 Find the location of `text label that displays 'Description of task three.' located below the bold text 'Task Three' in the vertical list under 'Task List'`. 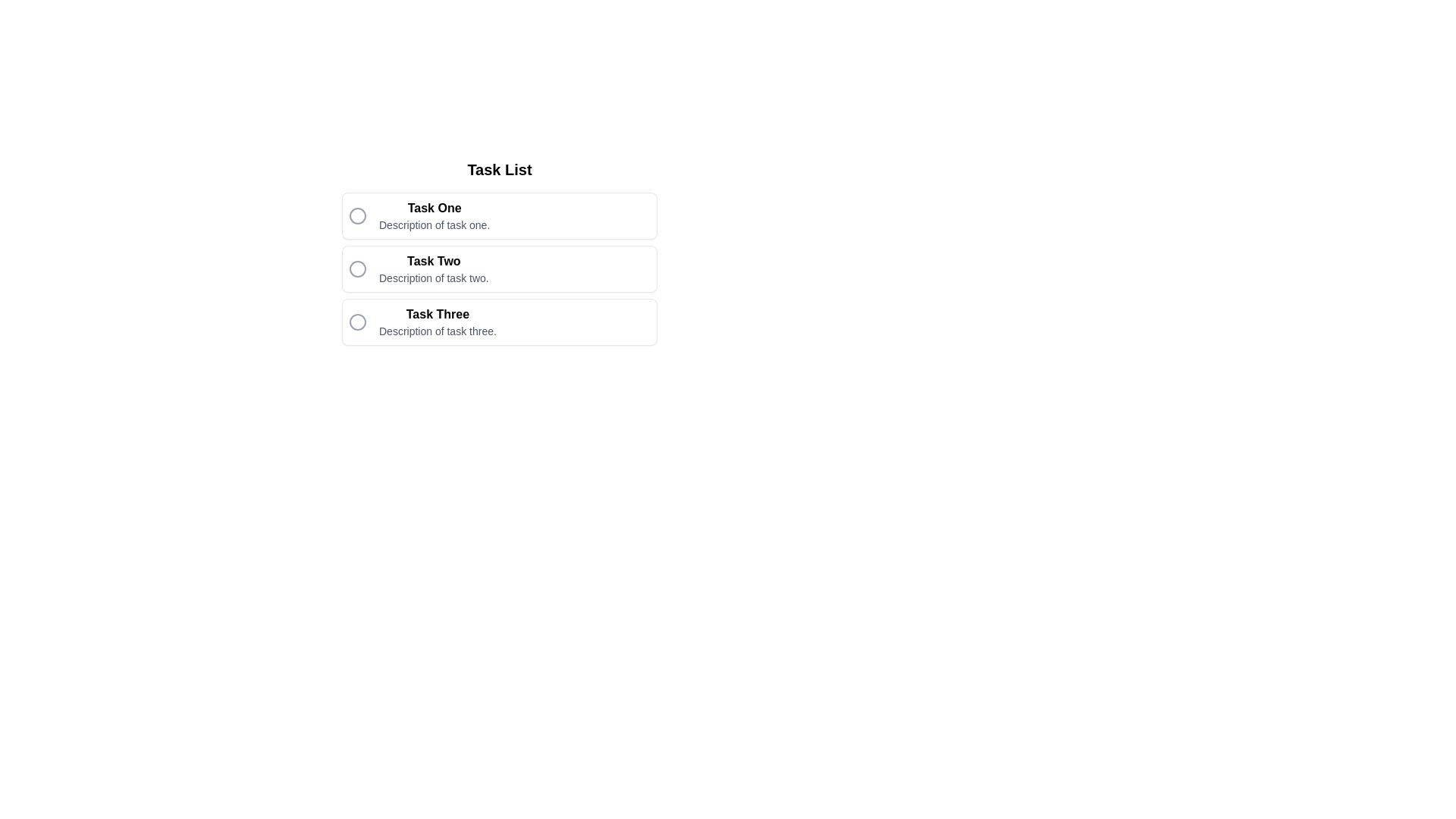

text label that displays 'Description of task three.' located below the bold text 'Task Three' in the vertical list under 'Task List' is located at coordinates (437, 330).